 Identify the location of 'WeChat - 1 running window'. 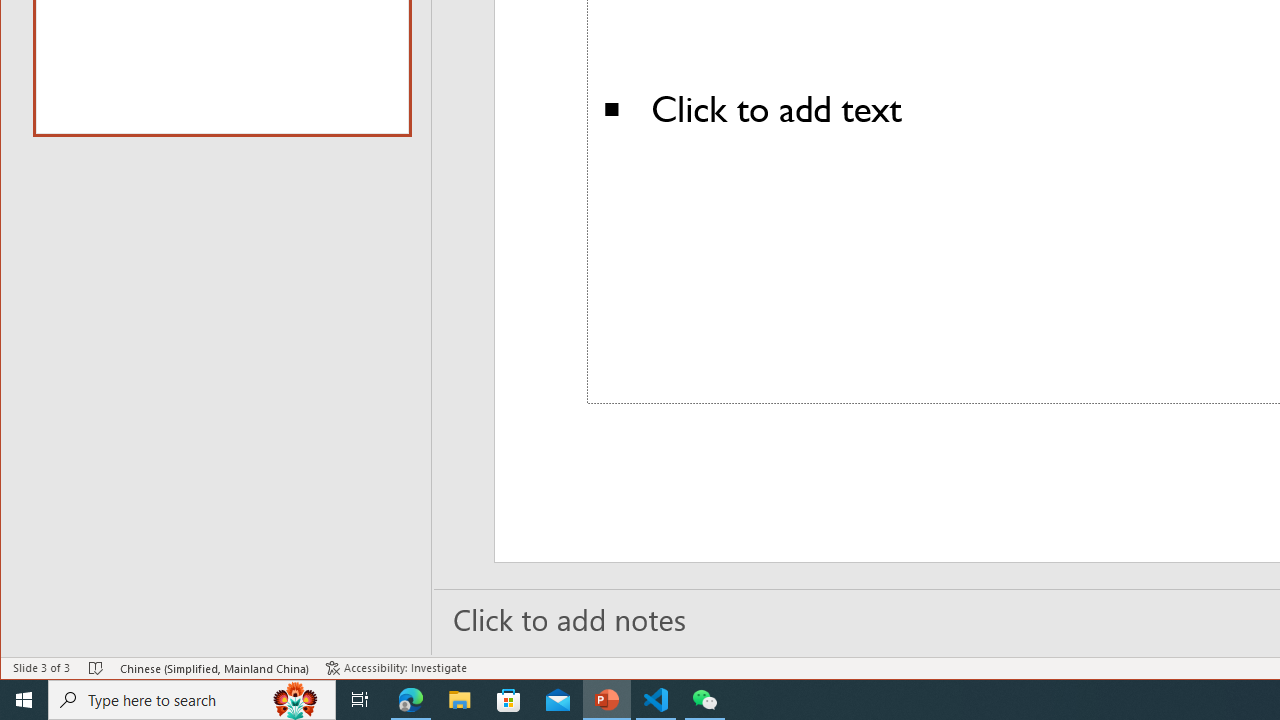
(705, 698).